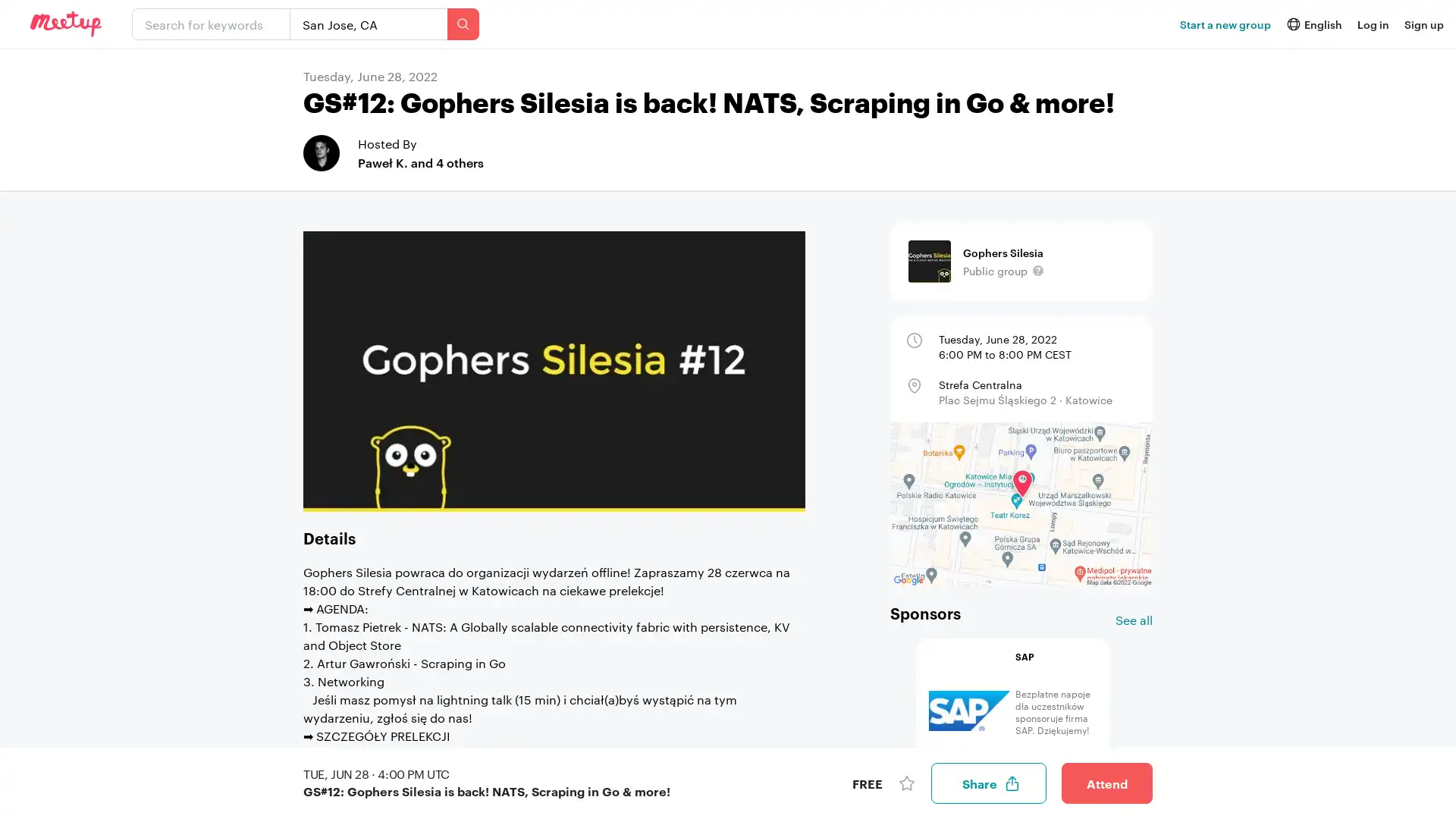  I want to click on Share event, so click(989, 783).